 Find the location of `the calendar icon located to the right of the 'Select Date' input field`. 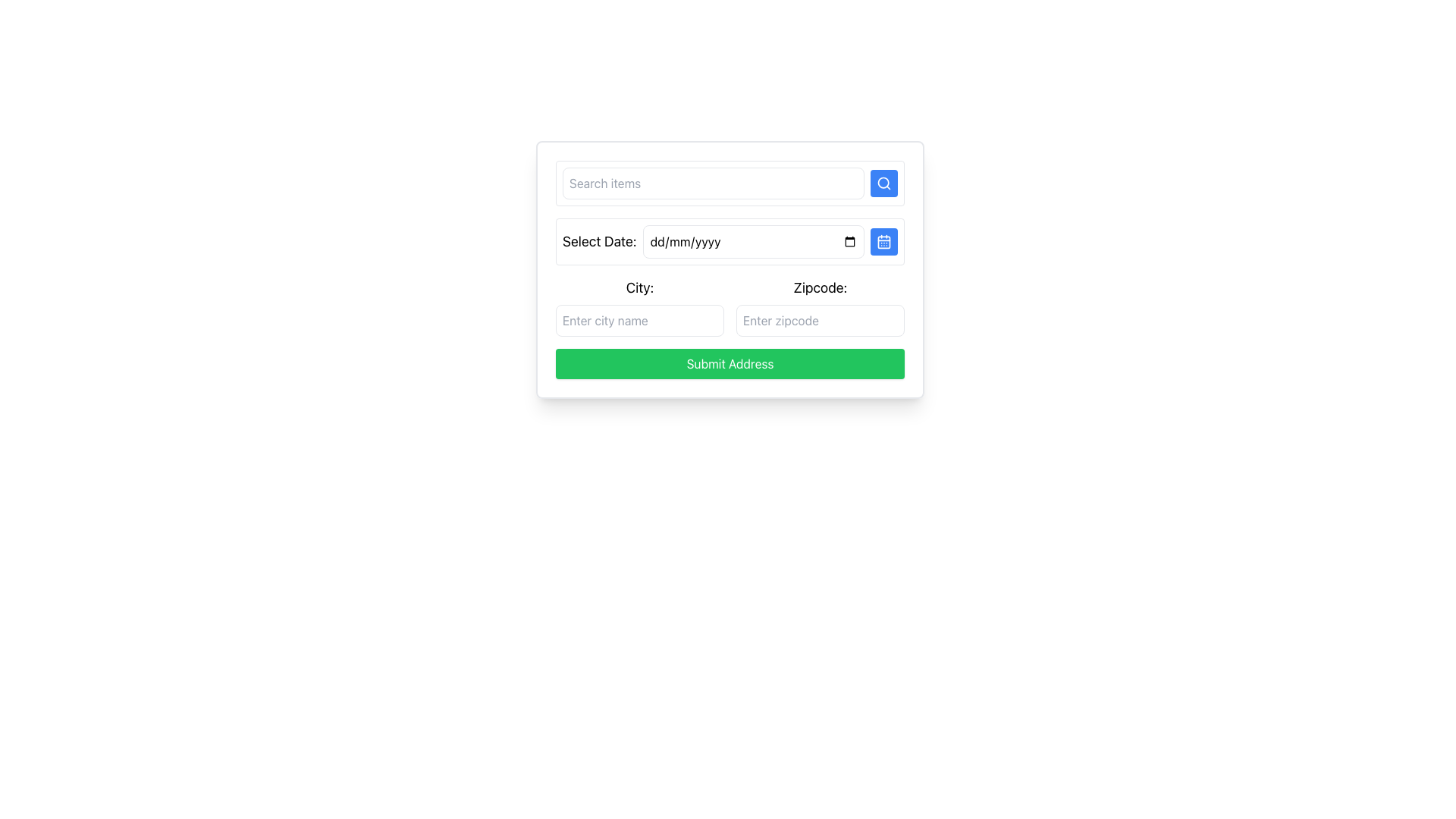

the calendar icon located to the right of the 'Select Date' input field is located at coordinates (884, 241).